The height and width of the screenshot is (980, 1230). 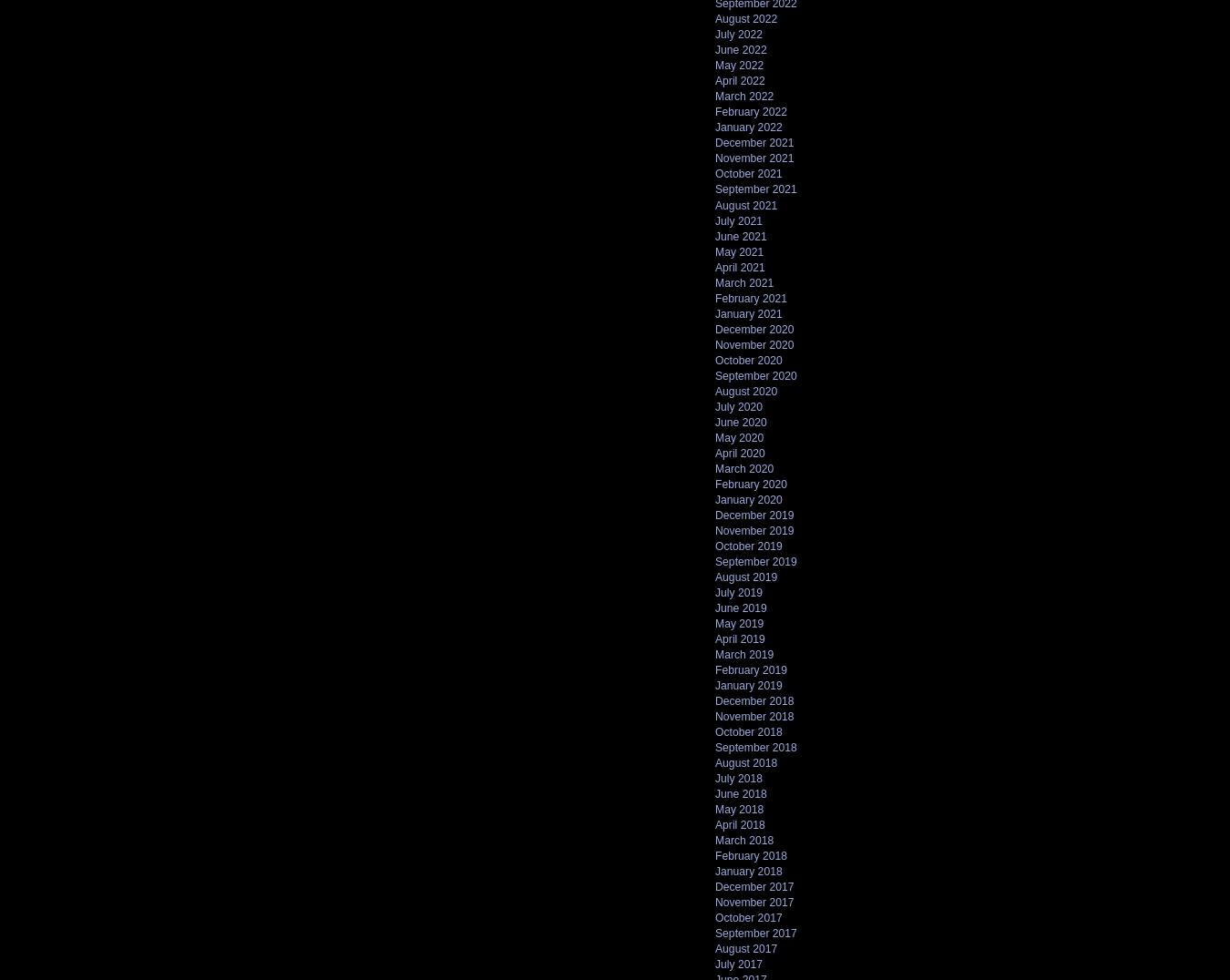 What do you see at coordinates (753, 886) in the screenshot?
I see `'December 2017'` at bounding box center [753, 886].